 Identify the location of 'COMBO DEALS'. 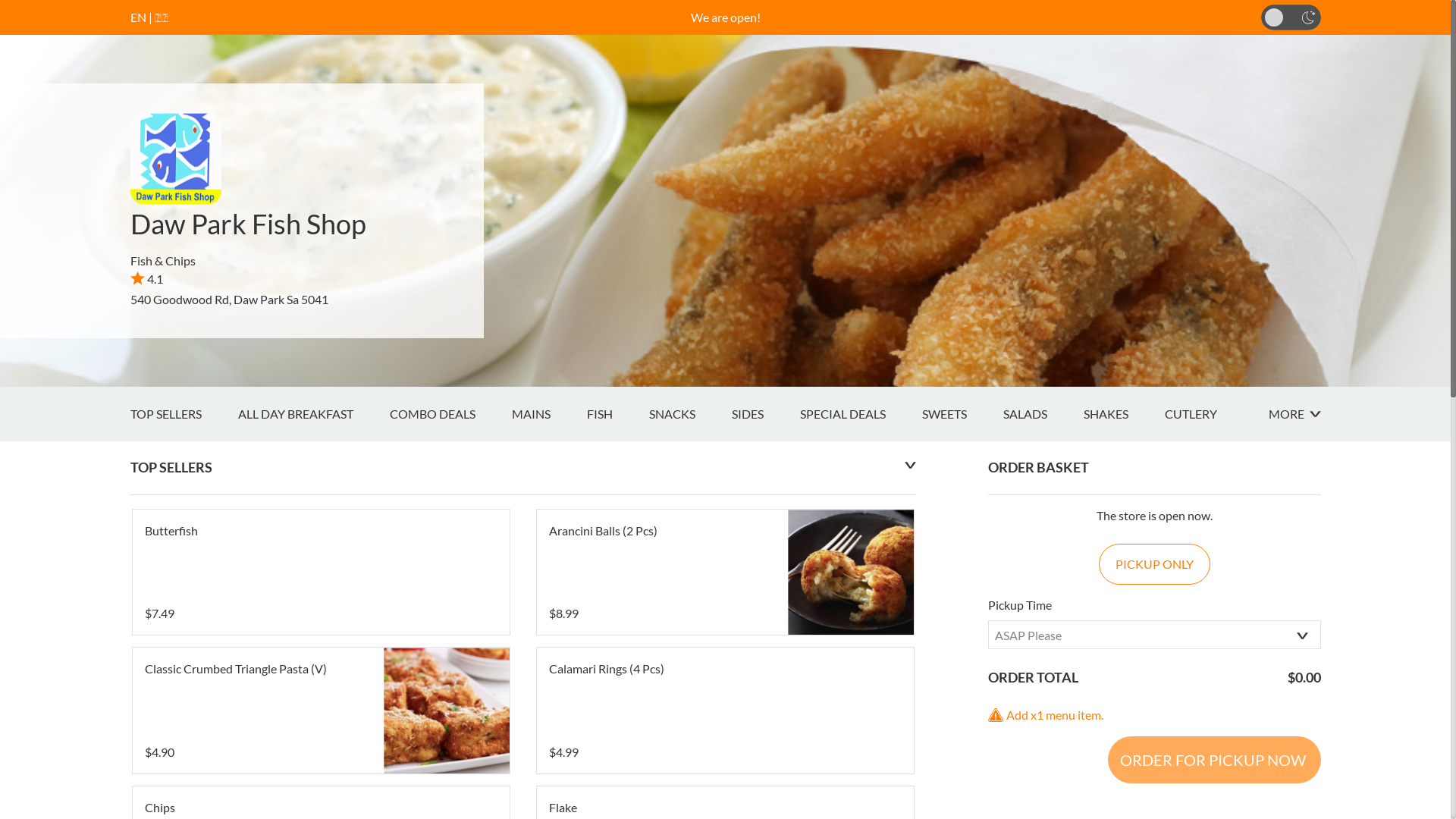
(450, 414).